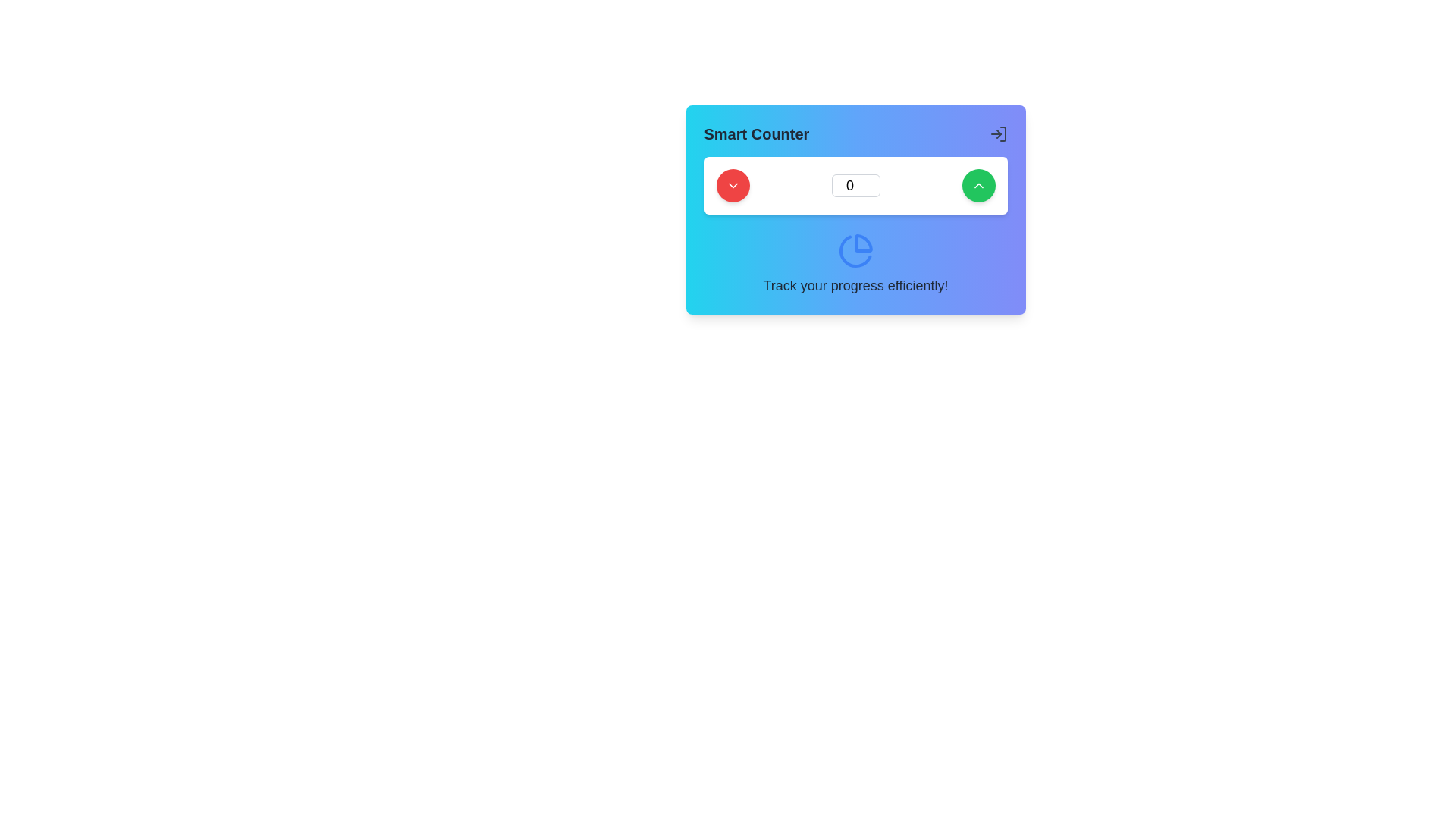  I want to click on the downward arrow icon located within the red circular button on the left side of the interactive control bar, under the 'Smart Counter' header inside the blue and purple gradient card, so click(733, 185).